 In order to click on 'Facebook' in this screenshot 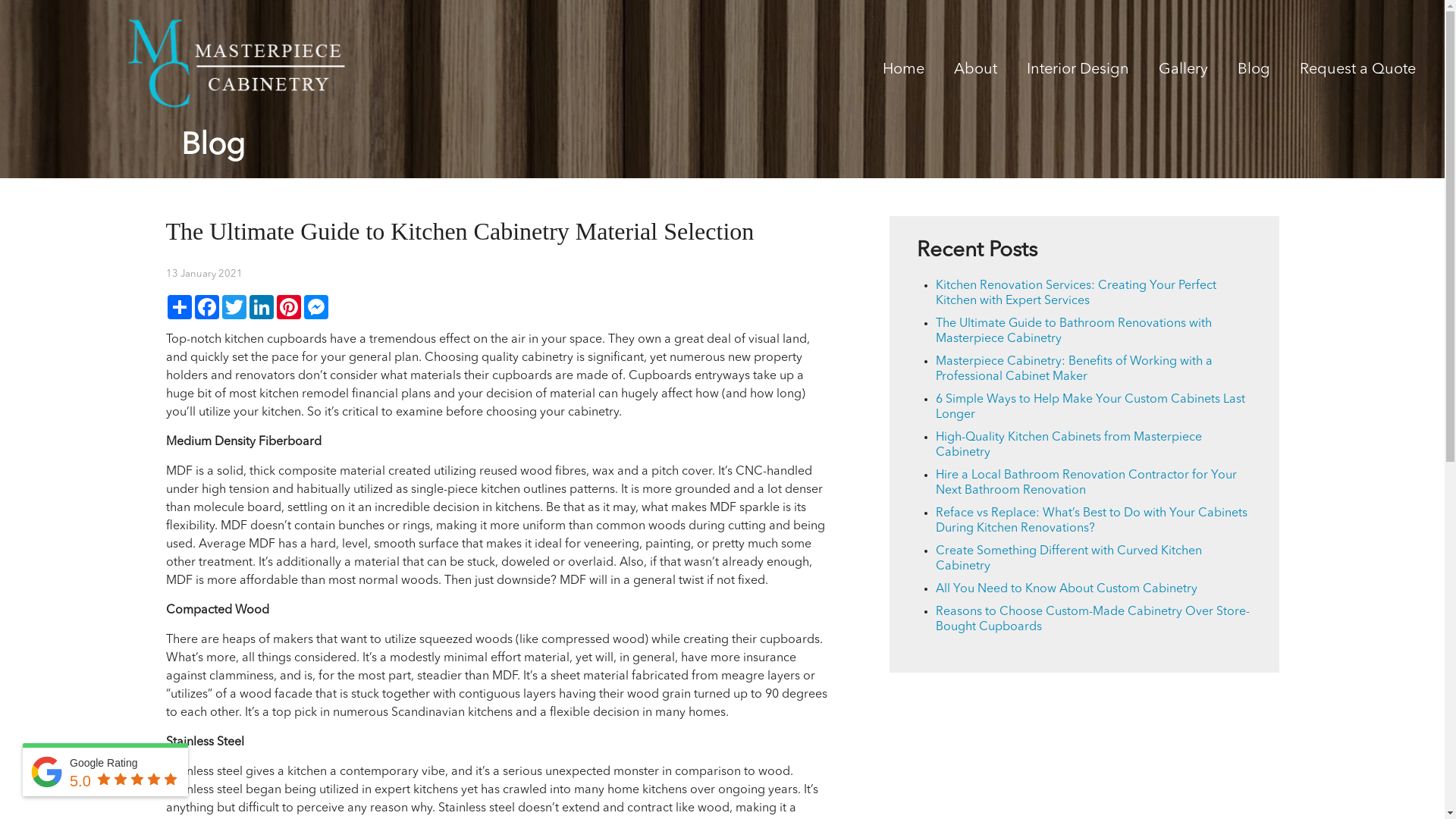, I will do `click(206, 307)`.